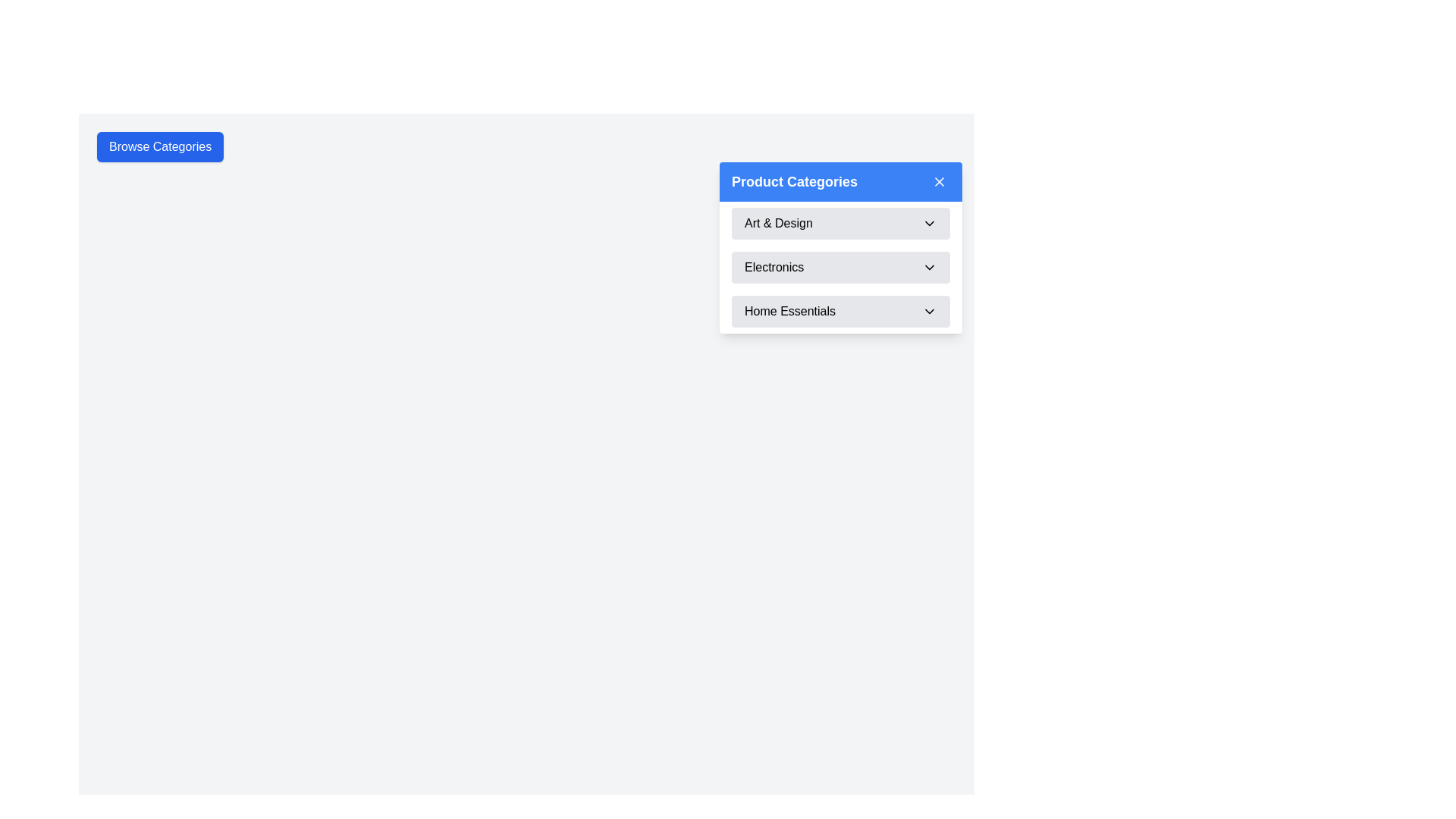 This screenshot has width=1456, height=819. What do you see at coordinates (938, 180) in the screenshot?
I see `the diagonal cross (X) icon located in the top-right corner of the blue header section of the 'Product Categories' card` at bounding box center [938, 180].